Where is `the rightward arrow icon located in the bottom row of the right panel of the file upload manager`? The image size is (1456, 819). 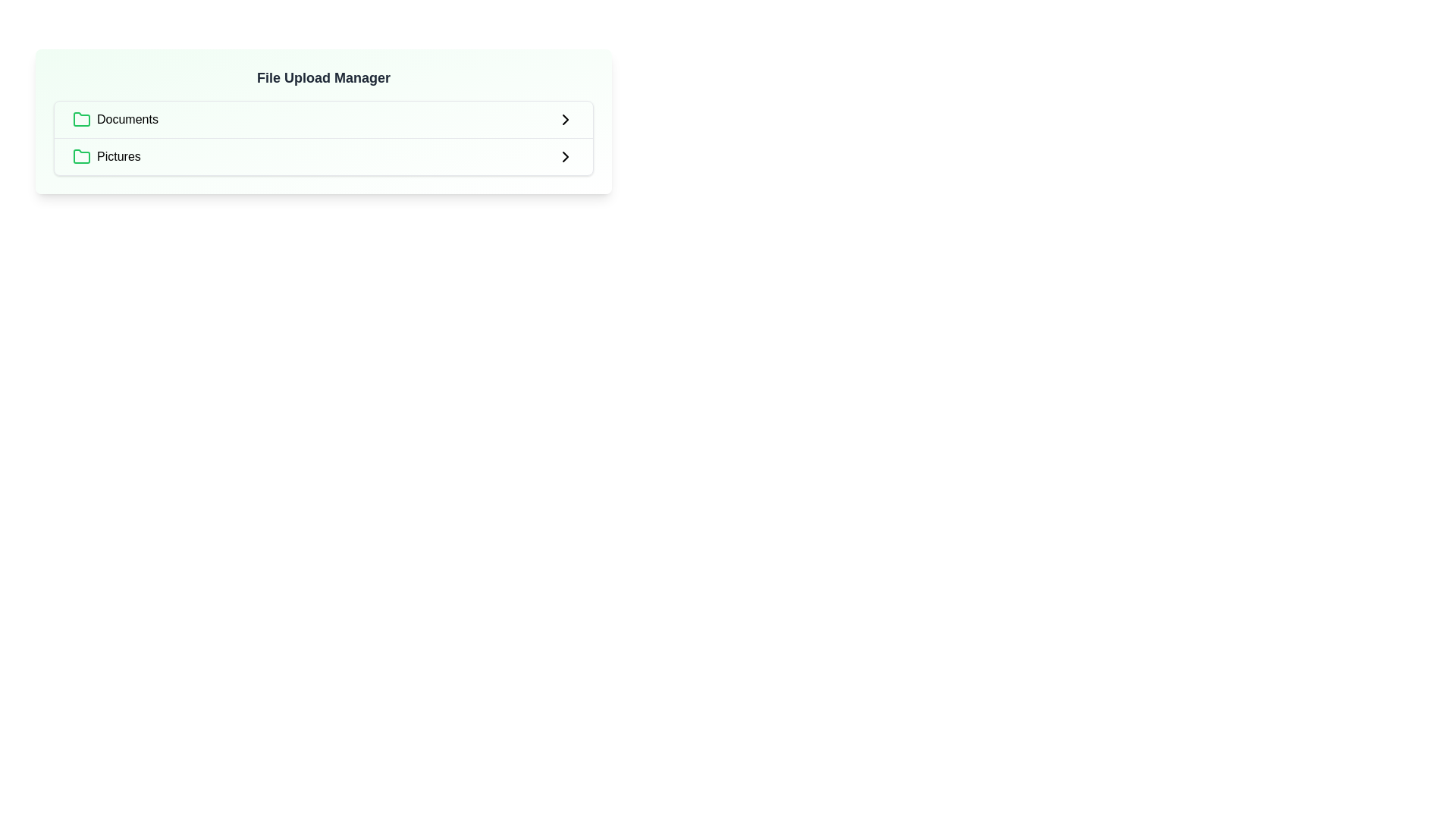 the rightward arrow icon located in the bottom row of the right panel of the file upload manager is located at coordinates (564, 157).